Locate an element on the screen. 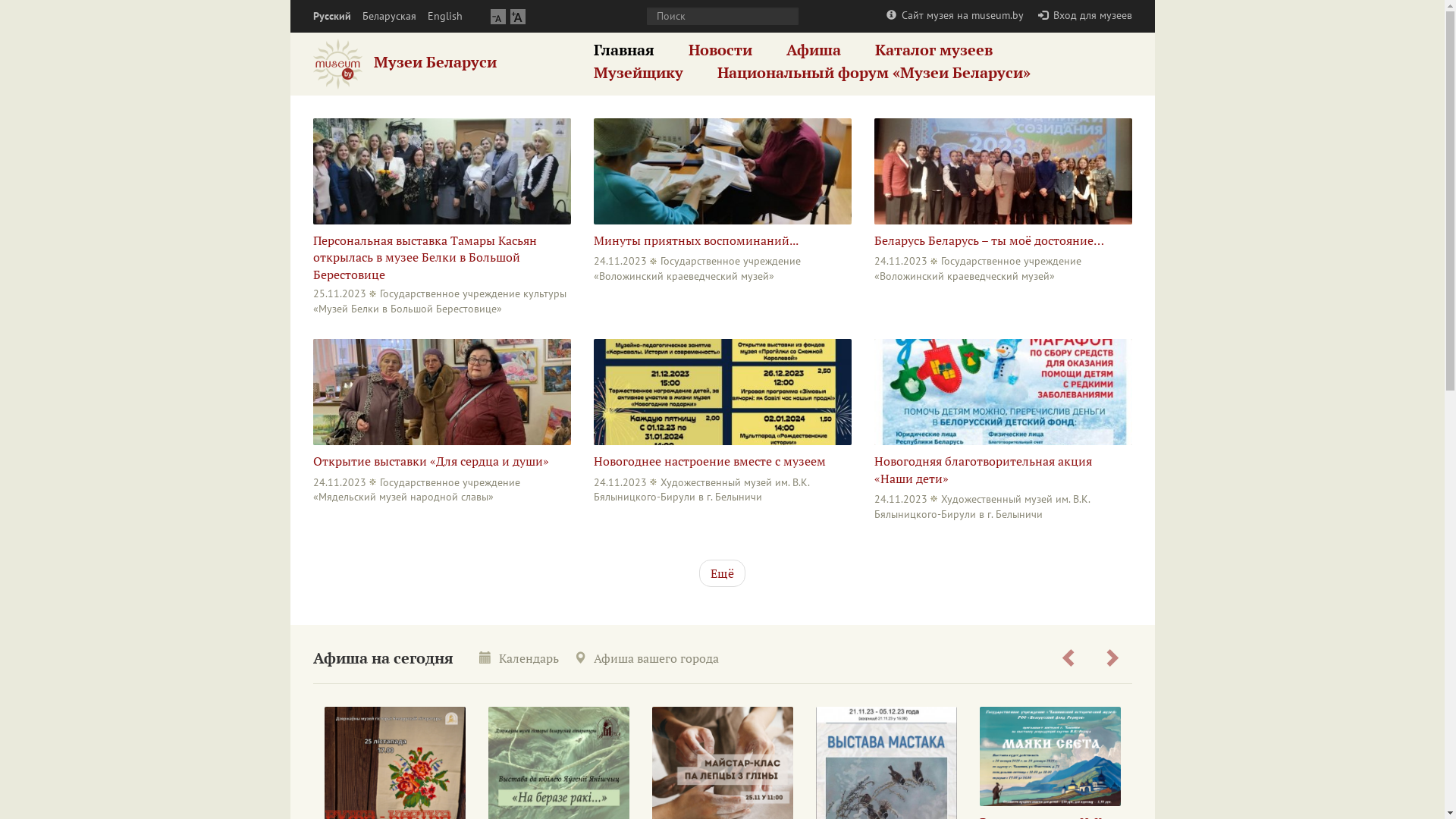  'English' is located at coordinates (444, 16).